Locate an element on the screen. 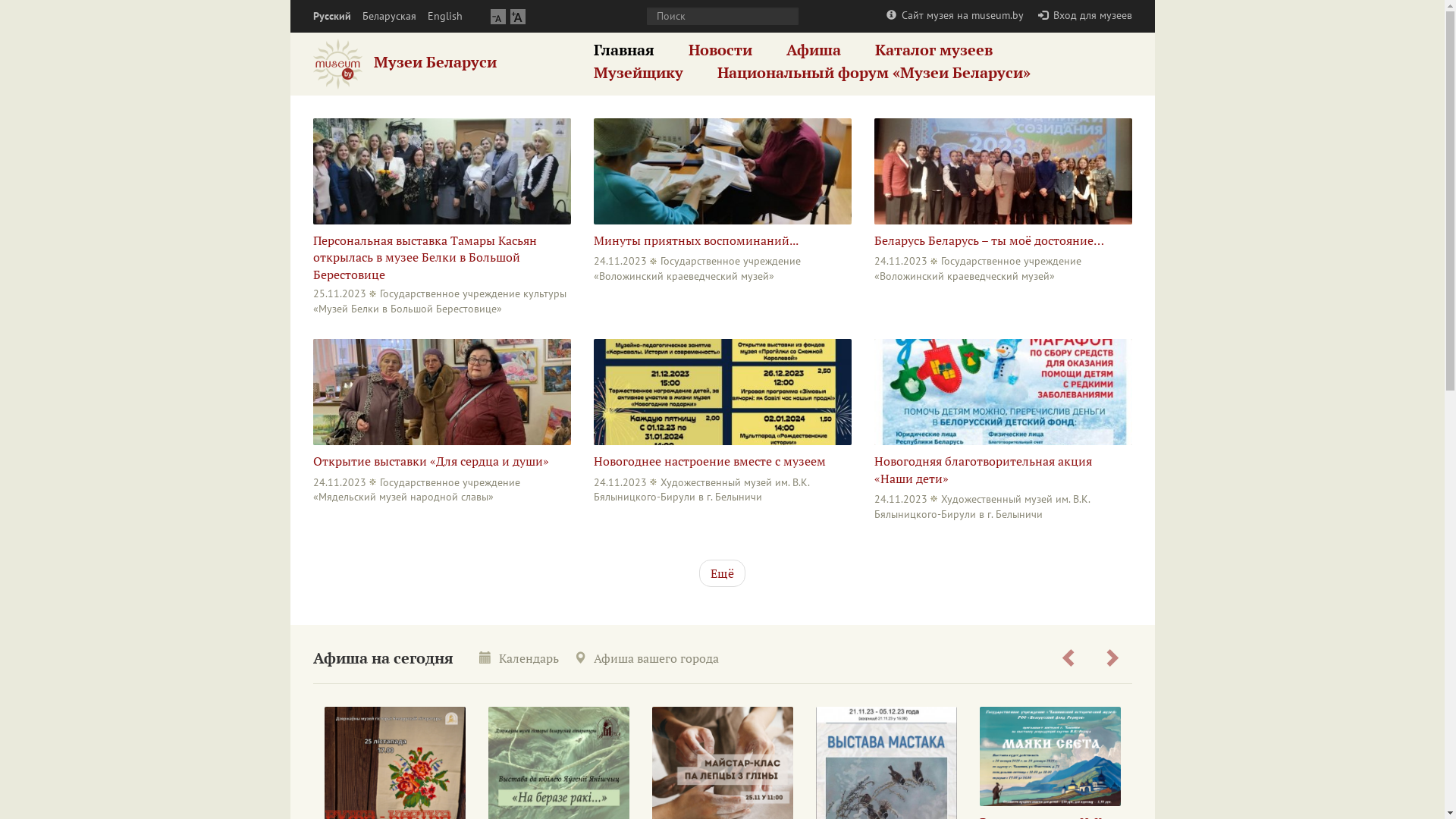  'English' is located at coordinates (444, 16).